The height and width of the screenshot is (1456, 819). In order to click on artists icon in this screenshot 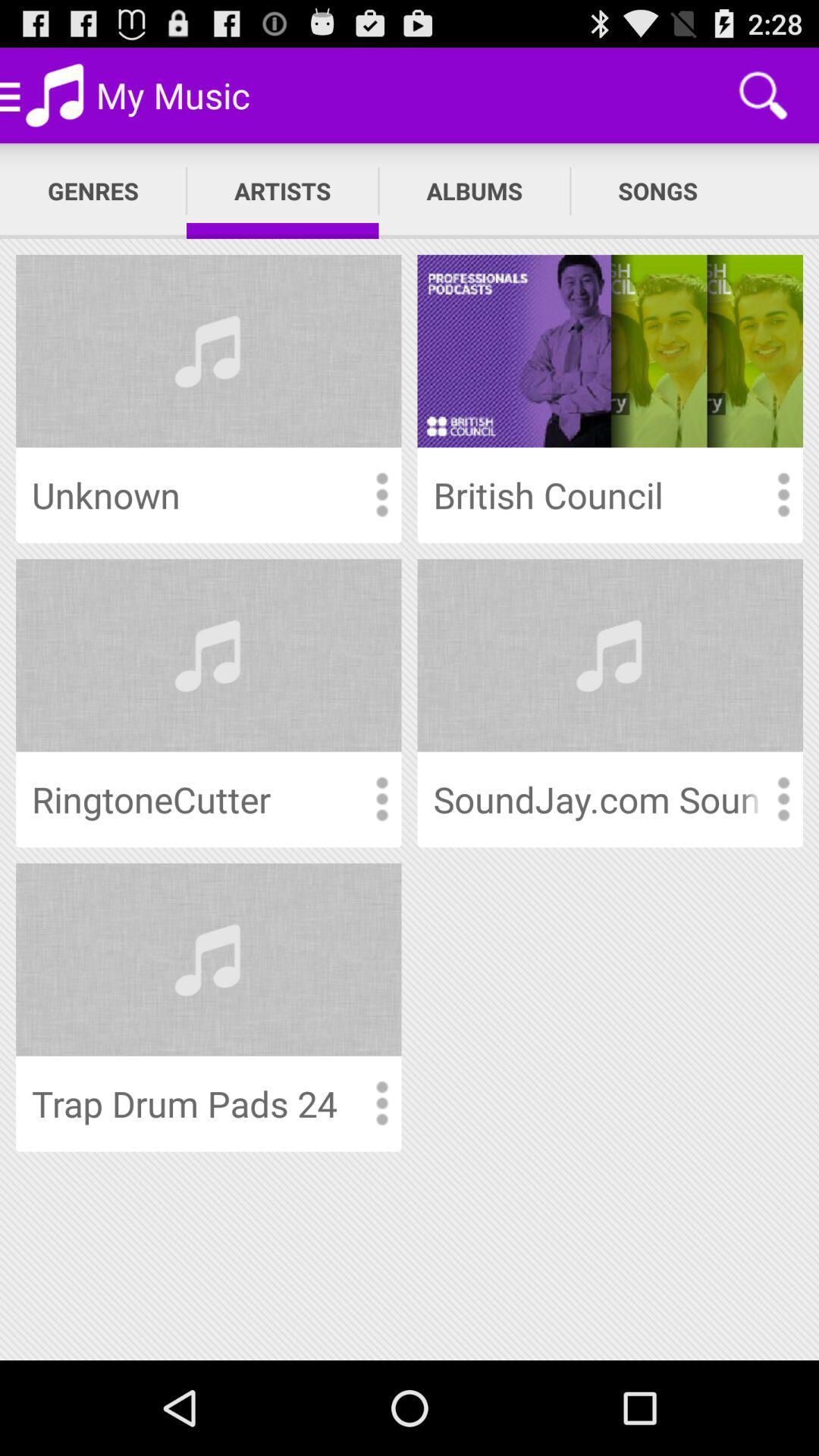, I will do `click(282, 190)`.